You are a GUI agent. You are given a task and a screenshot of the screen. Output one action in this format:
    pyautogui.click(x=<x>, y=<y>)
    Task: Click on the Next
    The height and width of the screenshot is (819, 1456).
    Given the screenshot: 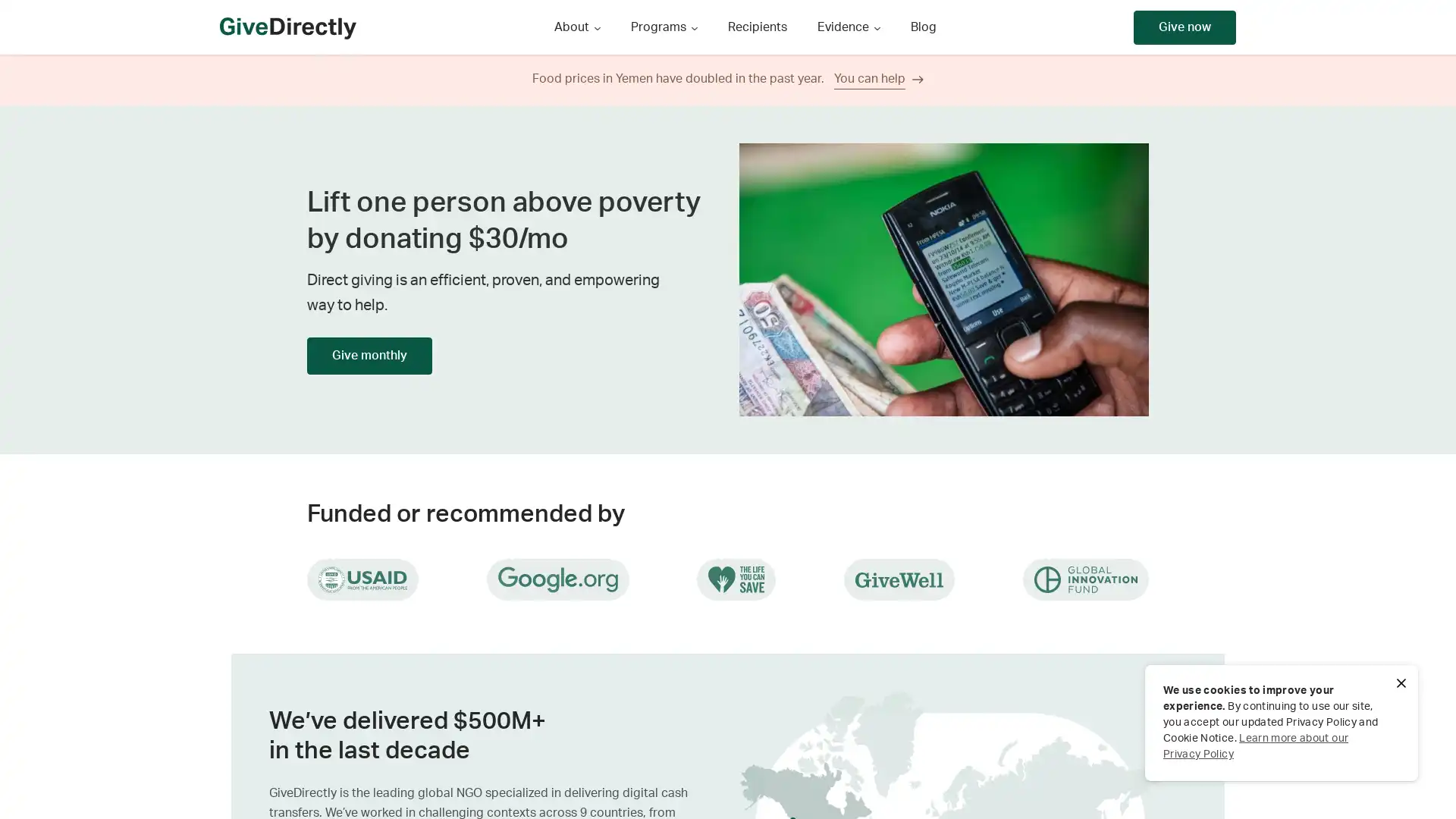 What is the action you would take?
    pyautogui.click(x=269, y=797)
    